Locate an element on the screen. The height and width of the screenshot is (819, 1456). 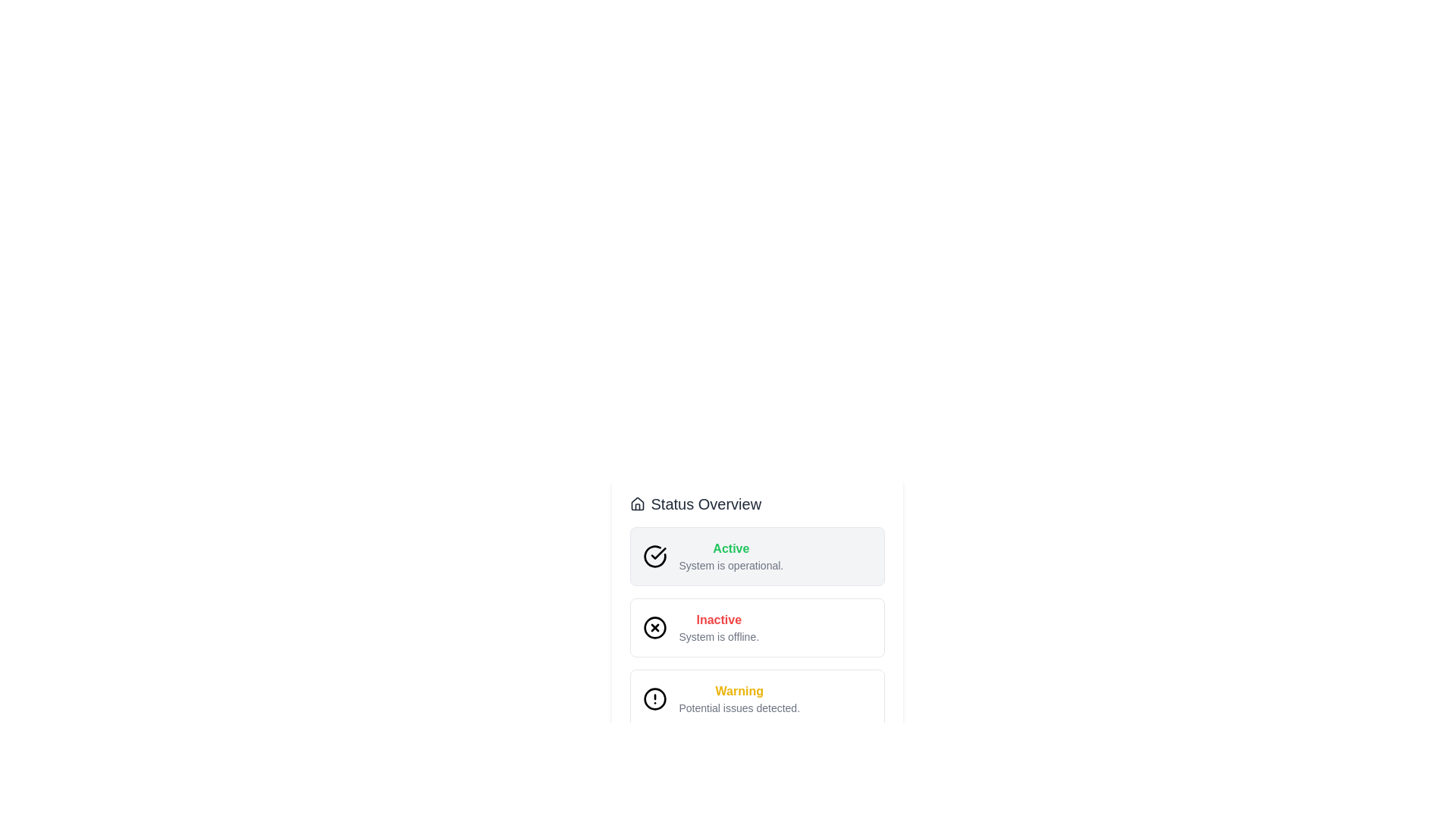
the styled status display box that shows 'Inactive' in red with additional text 'System is offline.' is located at coordinates (757, 643).